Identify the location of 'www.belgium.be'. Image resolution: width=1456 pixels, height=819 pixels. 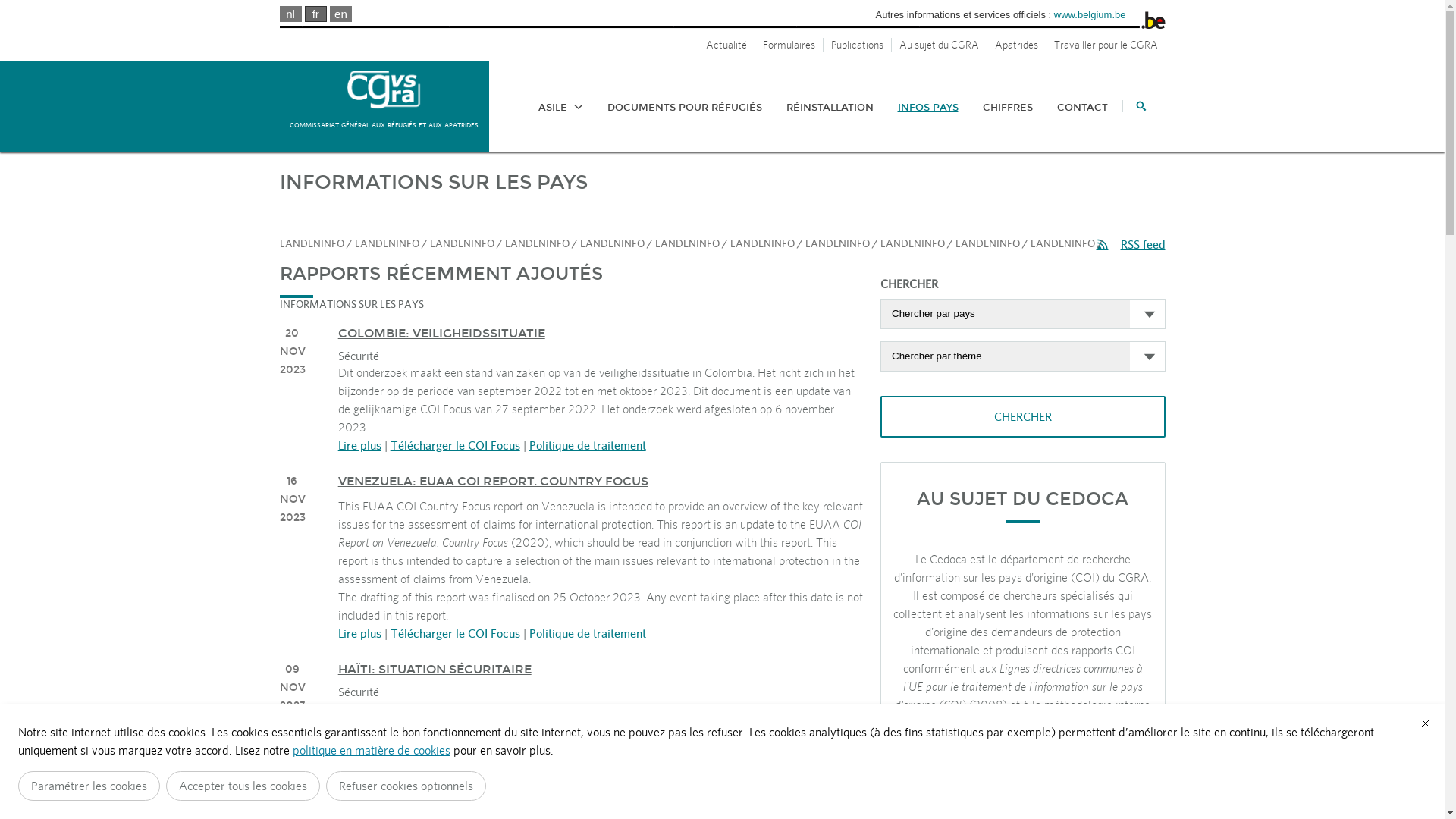
(1089, 14).